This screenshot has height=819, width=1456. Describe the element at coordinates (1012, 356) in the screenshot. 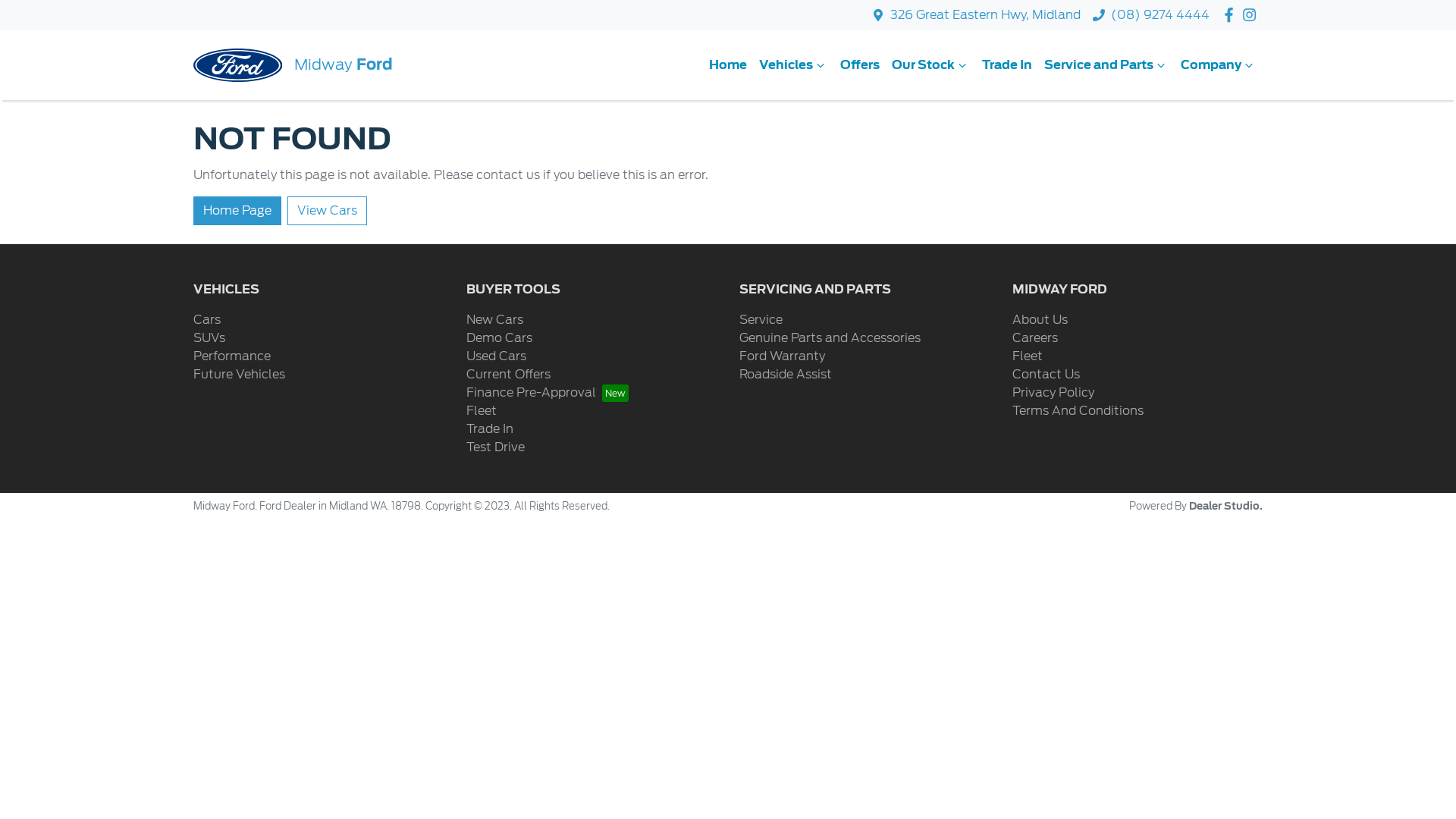

I see `'Fleet'` at that location.